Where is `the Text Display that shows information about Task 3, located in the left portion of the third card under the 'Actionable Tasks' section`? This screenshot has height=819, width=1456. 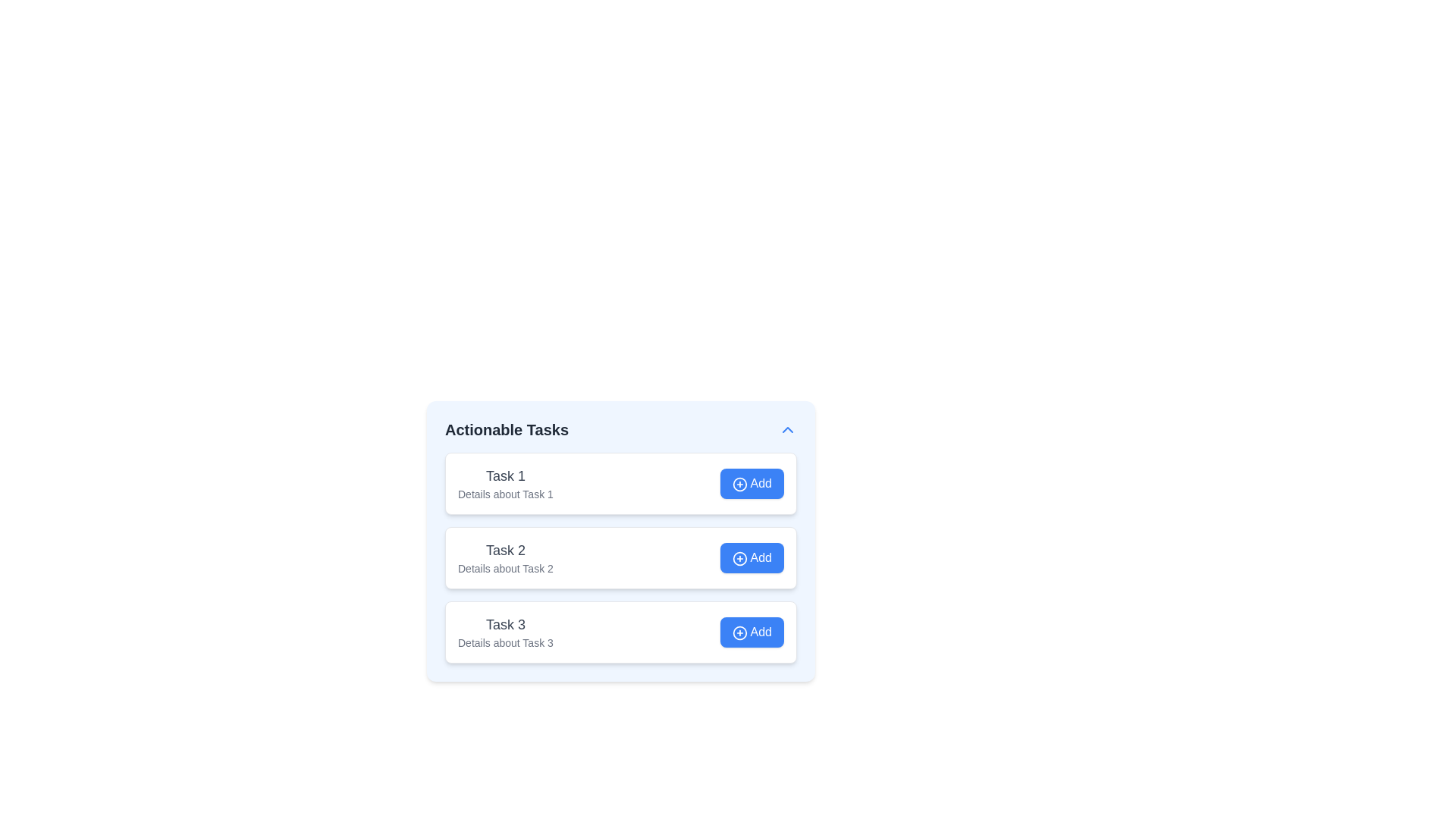 the Text Display that shows information about Task 3, located in the left portion of the third card under the 'Actionable Tasks' section is located at coordinates (505, 632).